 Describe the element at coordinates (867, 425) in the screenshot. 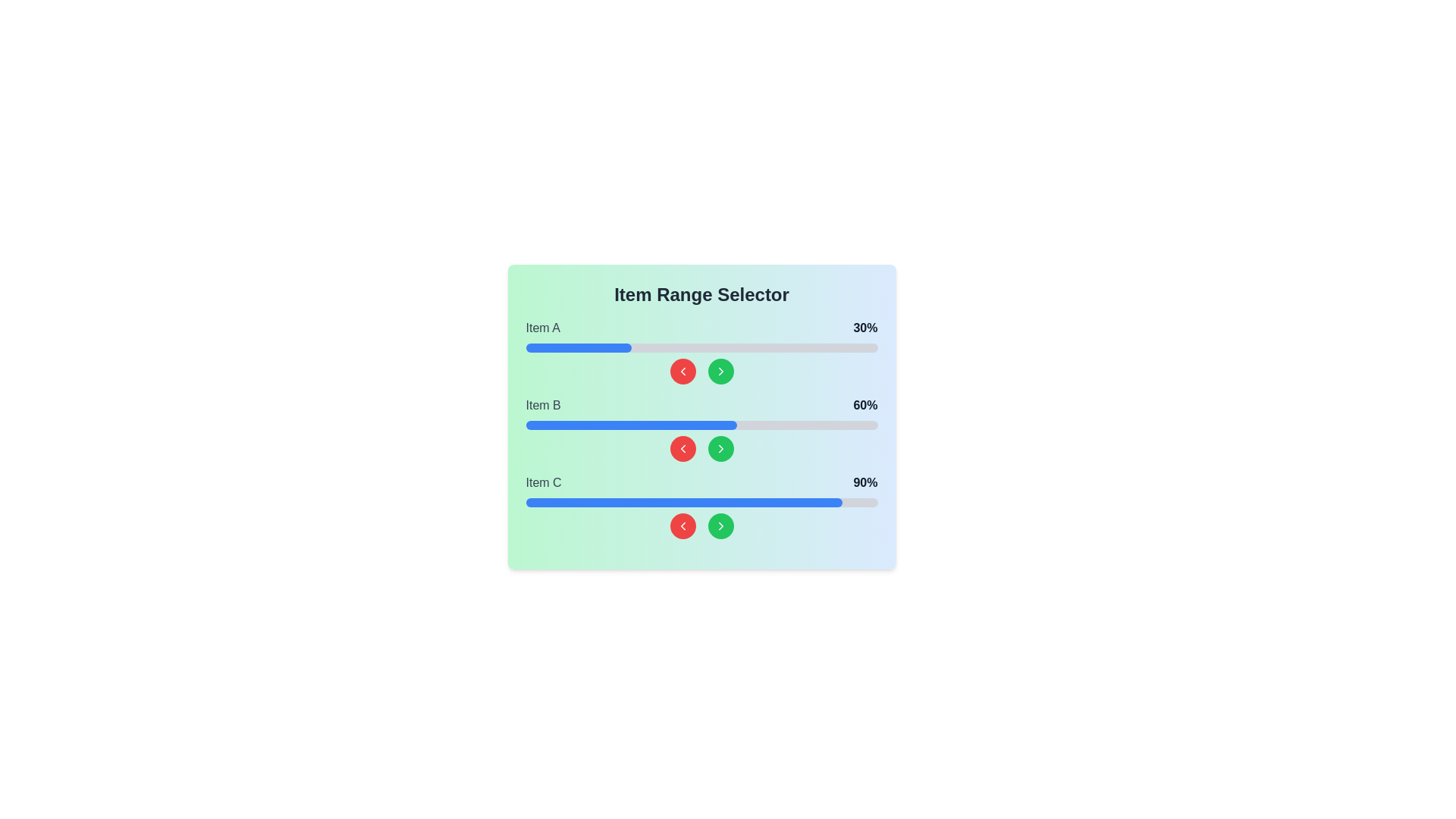

I see `the slider` at that location.